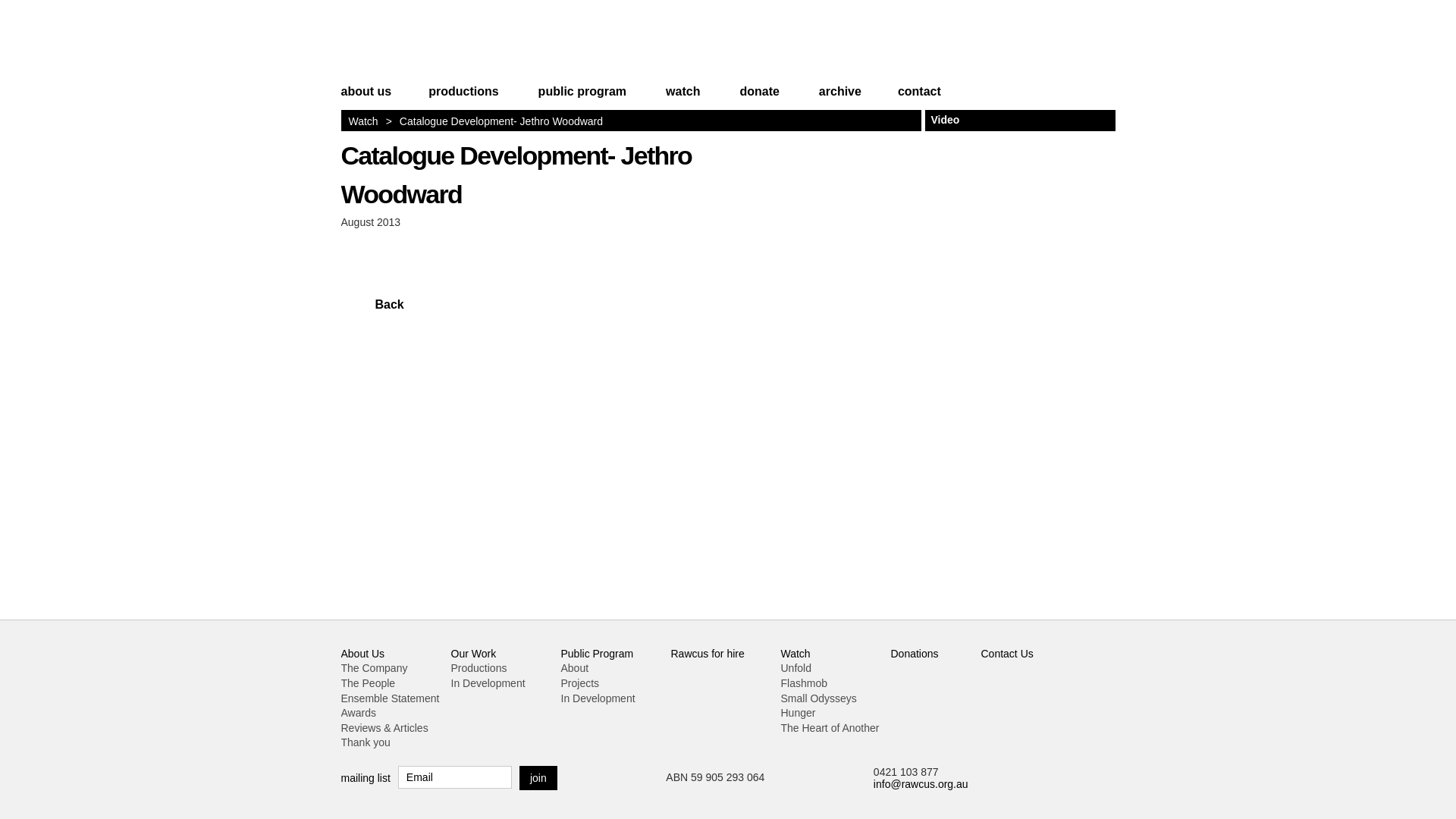  What do you see at coordinates (372, 304) in the screenshot?
I see `'Back'` at bounding box center [372, 304].